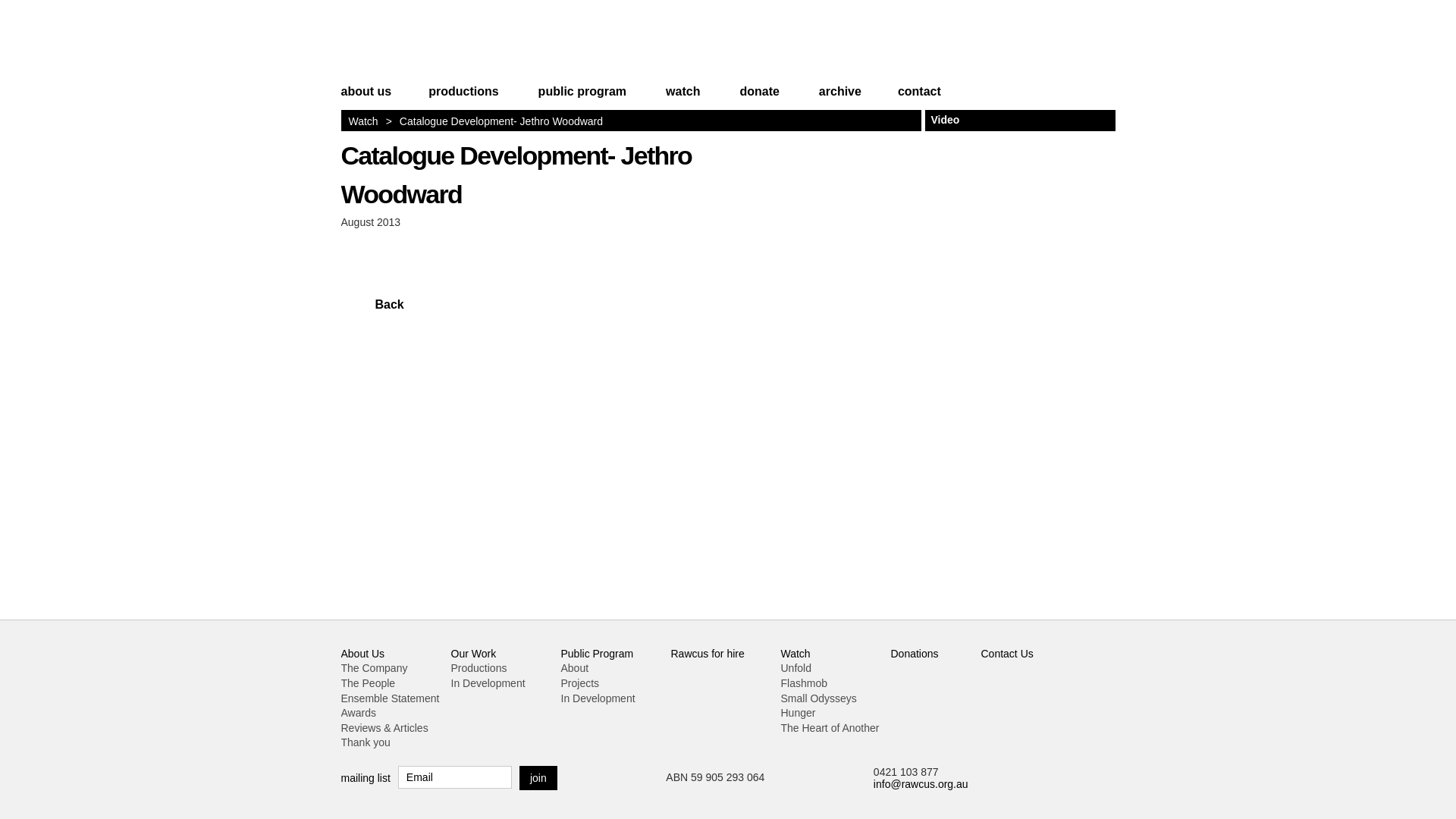  What do you see at coordinates (372, 304) in the screenshot?
I see `'Back'` at bounding box center [372, 304].